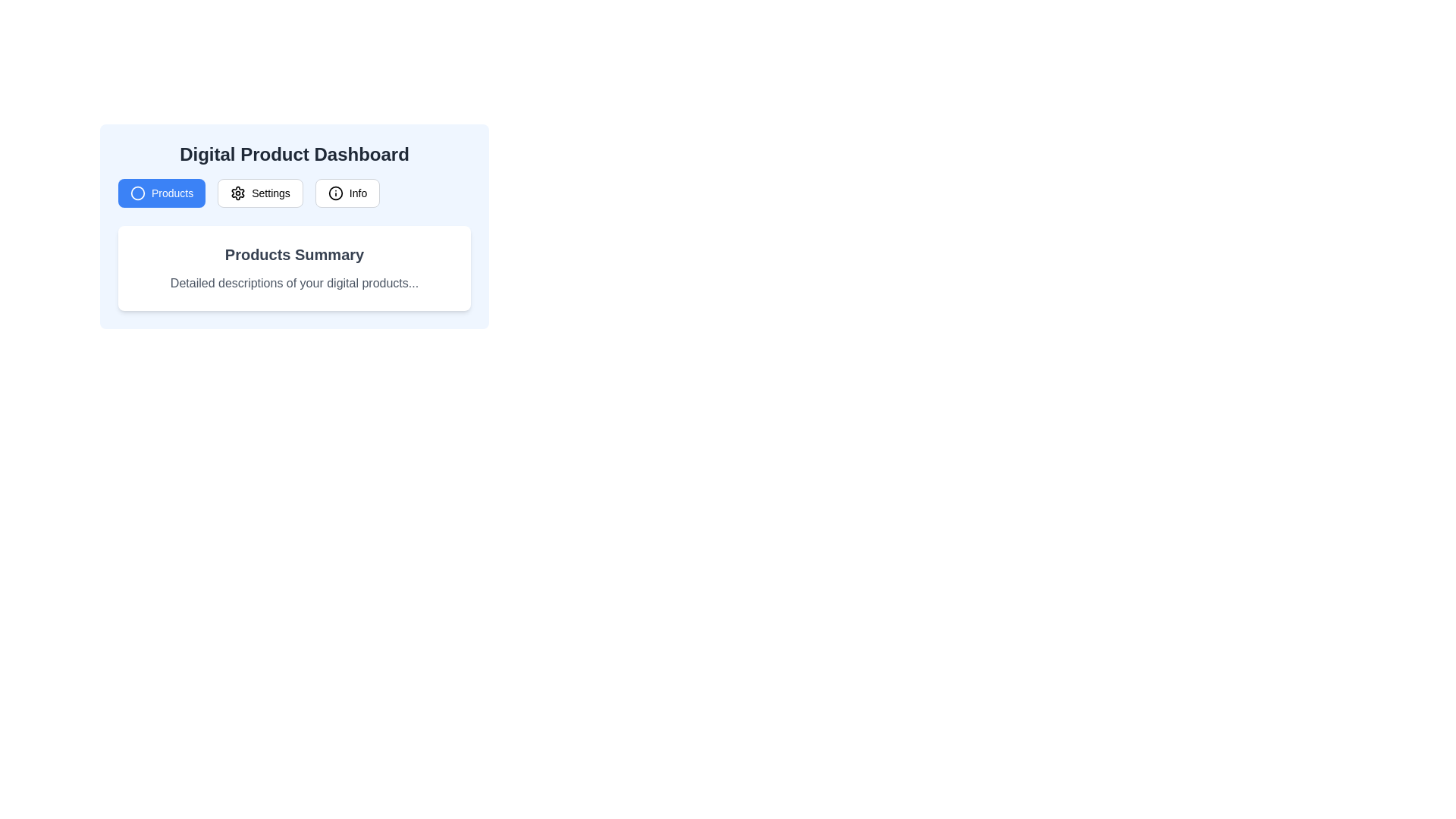  Describe the element at coordinates (347, 192) in the screenshot. I see `the third button in a row of three buttons, located to the right of the 'Products' and 'Settings' buttons` at that location.